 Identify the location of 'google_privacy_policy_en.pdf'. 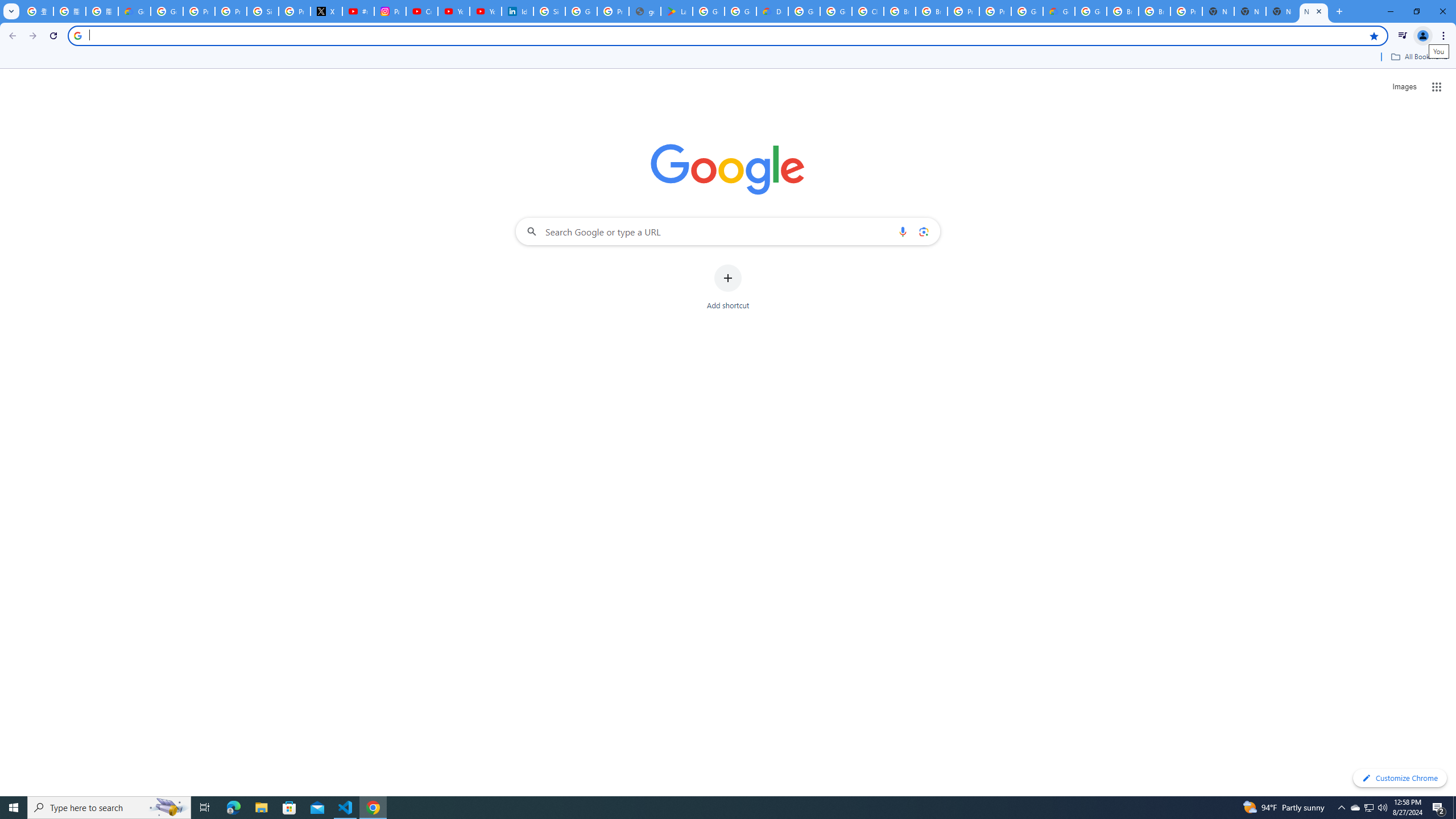
(644, 11).